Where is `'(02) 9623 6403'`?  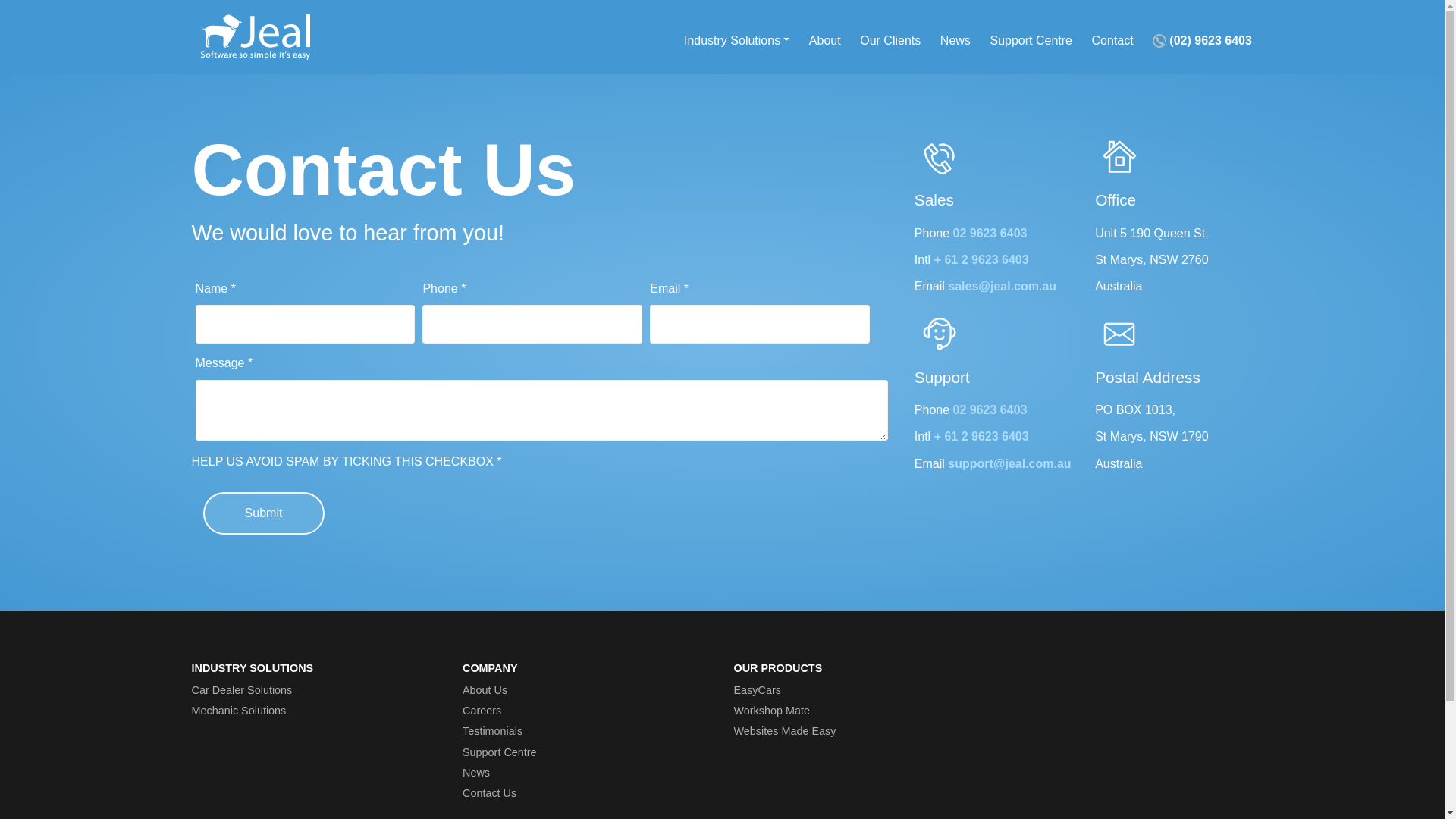 '(02) 9623 6403' is located at coordinates (1201, 39).